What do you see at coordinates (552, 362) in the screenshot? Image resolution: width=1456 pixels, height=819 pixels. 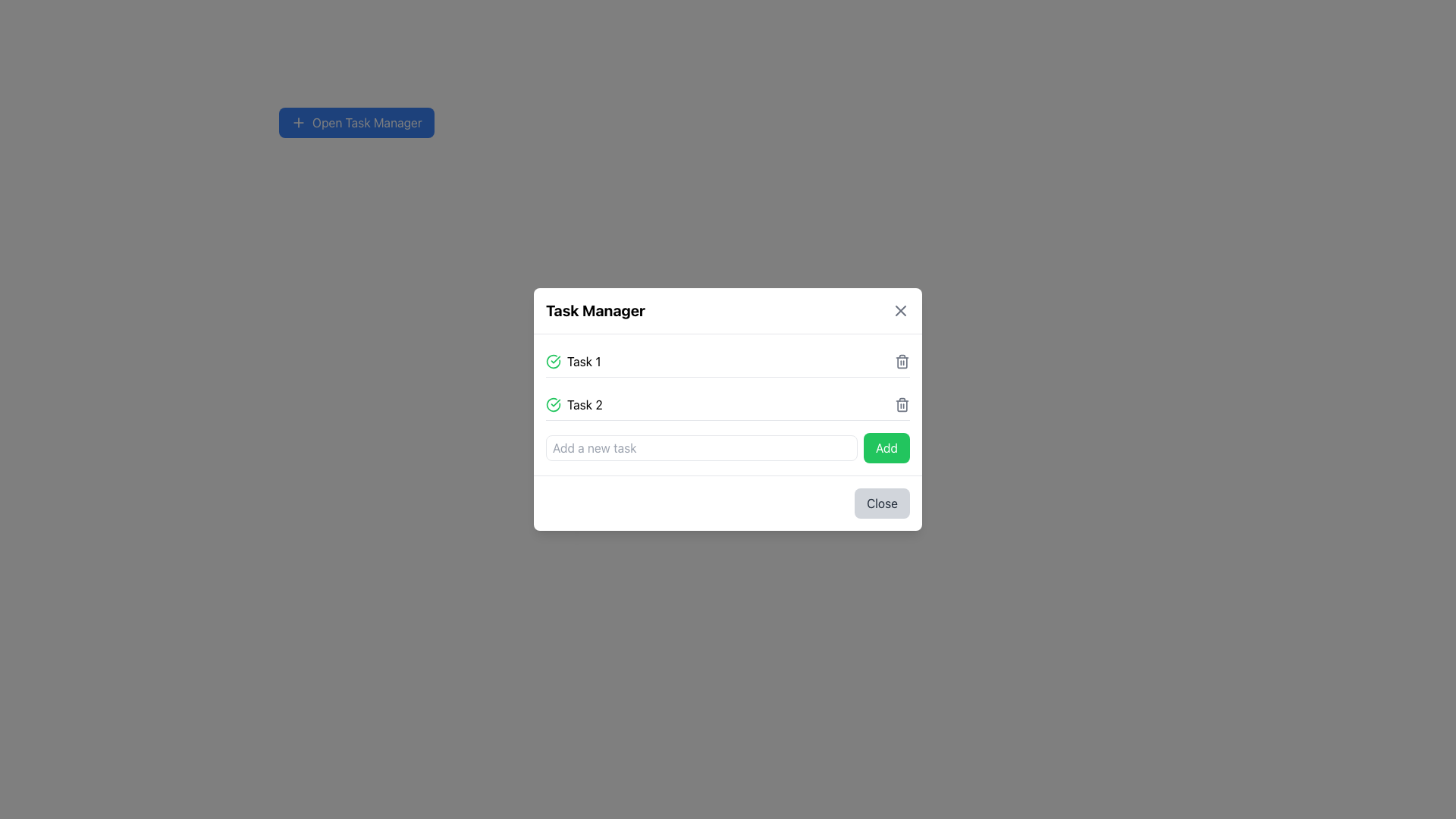 I see `the completion status icon for 'Task 1', which is located on the first row of the task list, adjacent to the left of the text label 'Task 1'` at bounding box center [552, 362].